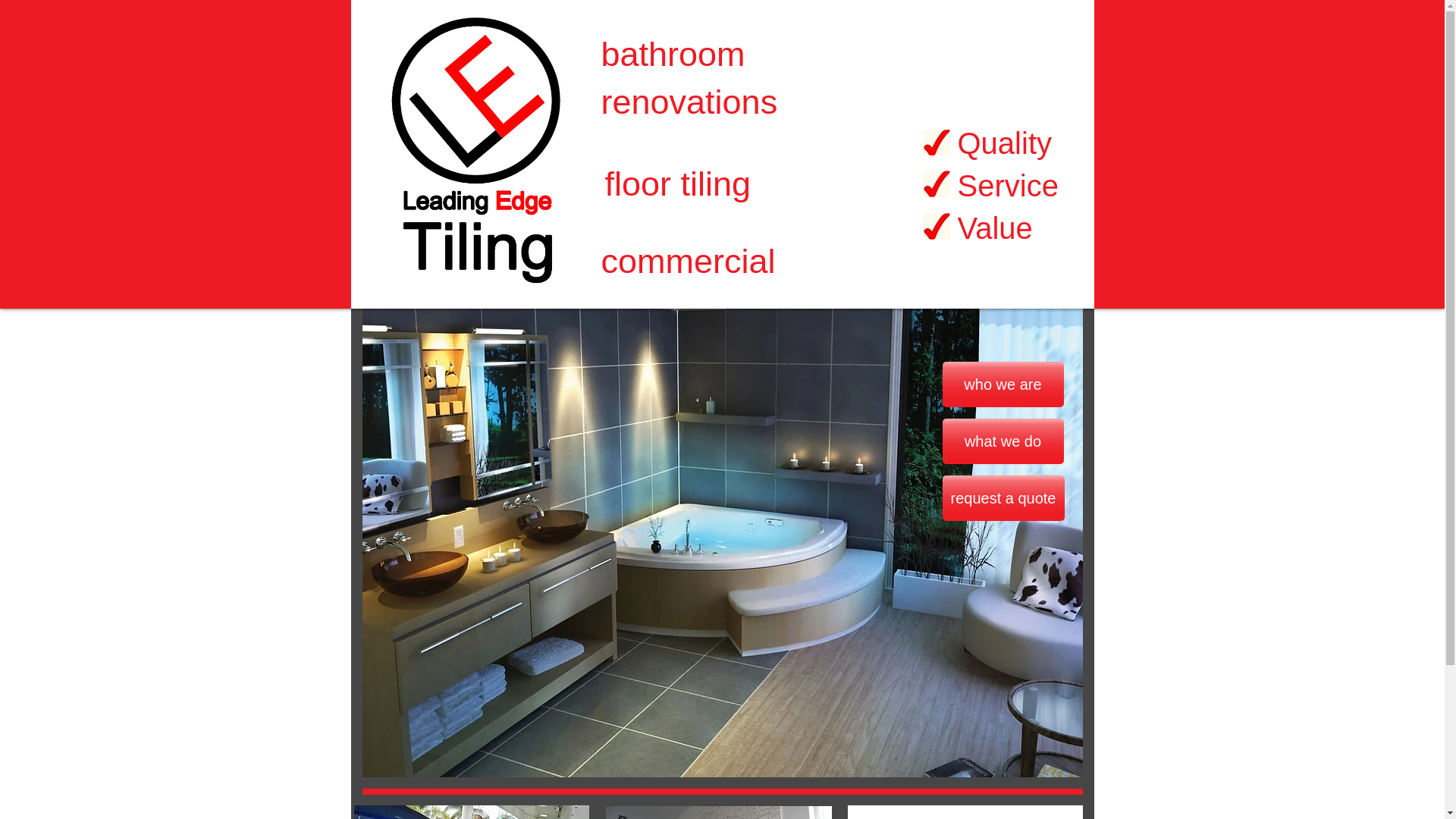 The image size is (1456, 819). I want to click on 'request a quote', so click(1003, 497).